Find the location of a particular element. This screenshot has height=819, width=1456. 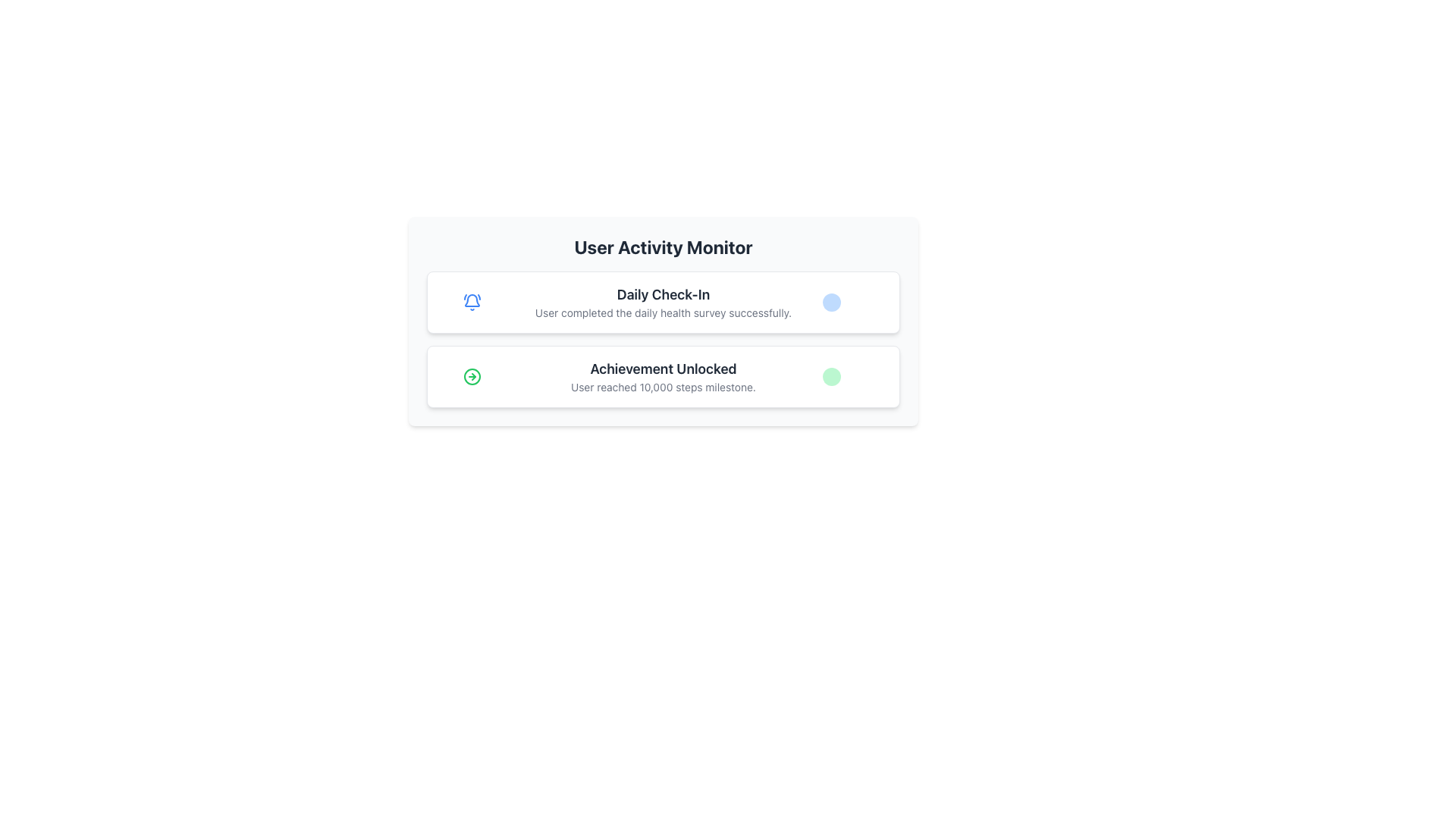

the blue bell icon with ringing effects located at the center of the top row in the 'User Activity Monitor' section is located at coordinates (471, 302).